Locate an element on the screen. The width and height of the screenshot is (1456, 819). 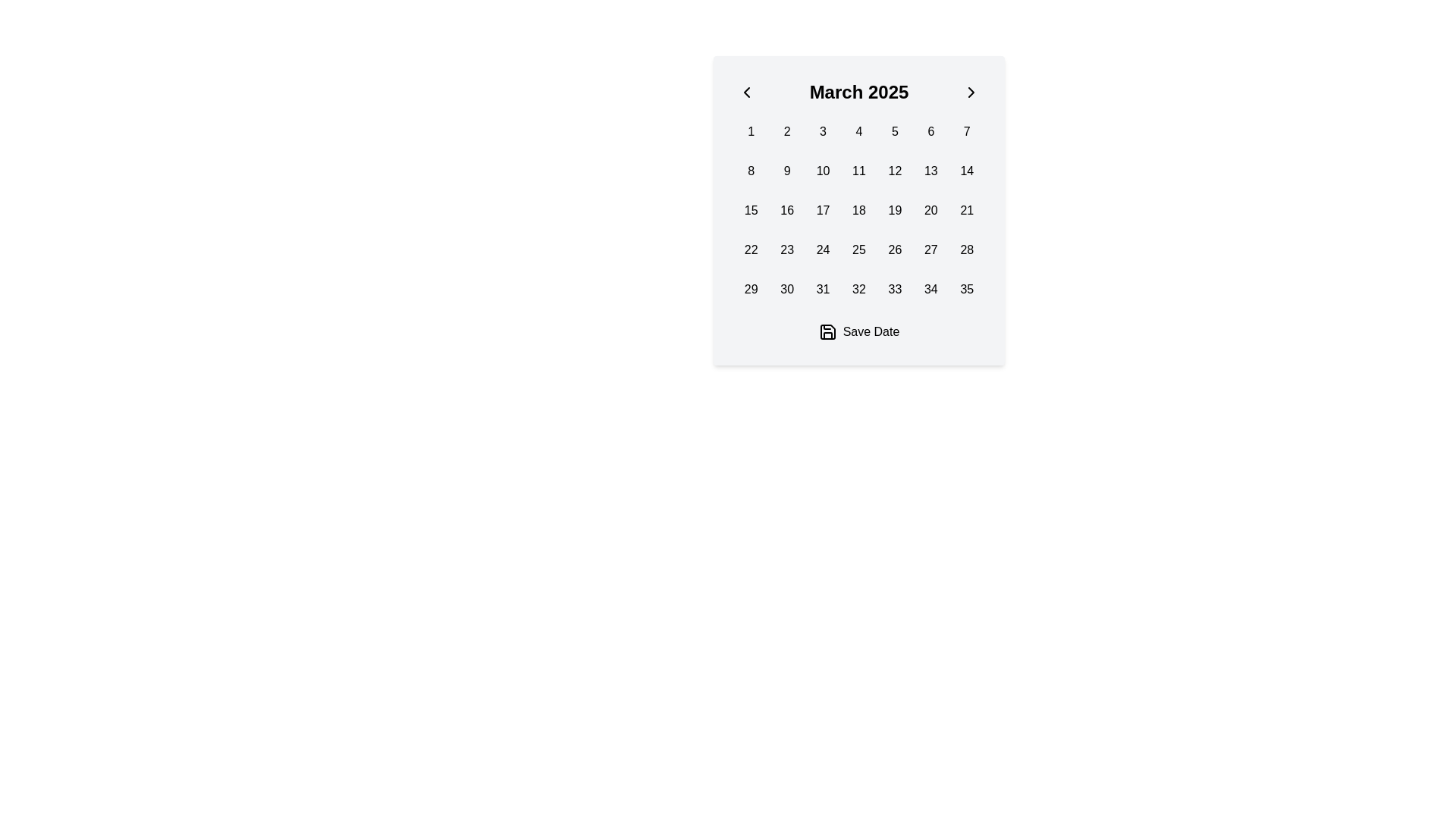
the small, rounded rectangular button displaying the text '32' to change its background color, located in the last row, fourth column of a 7-column grid is located at coordinates (858, 289).